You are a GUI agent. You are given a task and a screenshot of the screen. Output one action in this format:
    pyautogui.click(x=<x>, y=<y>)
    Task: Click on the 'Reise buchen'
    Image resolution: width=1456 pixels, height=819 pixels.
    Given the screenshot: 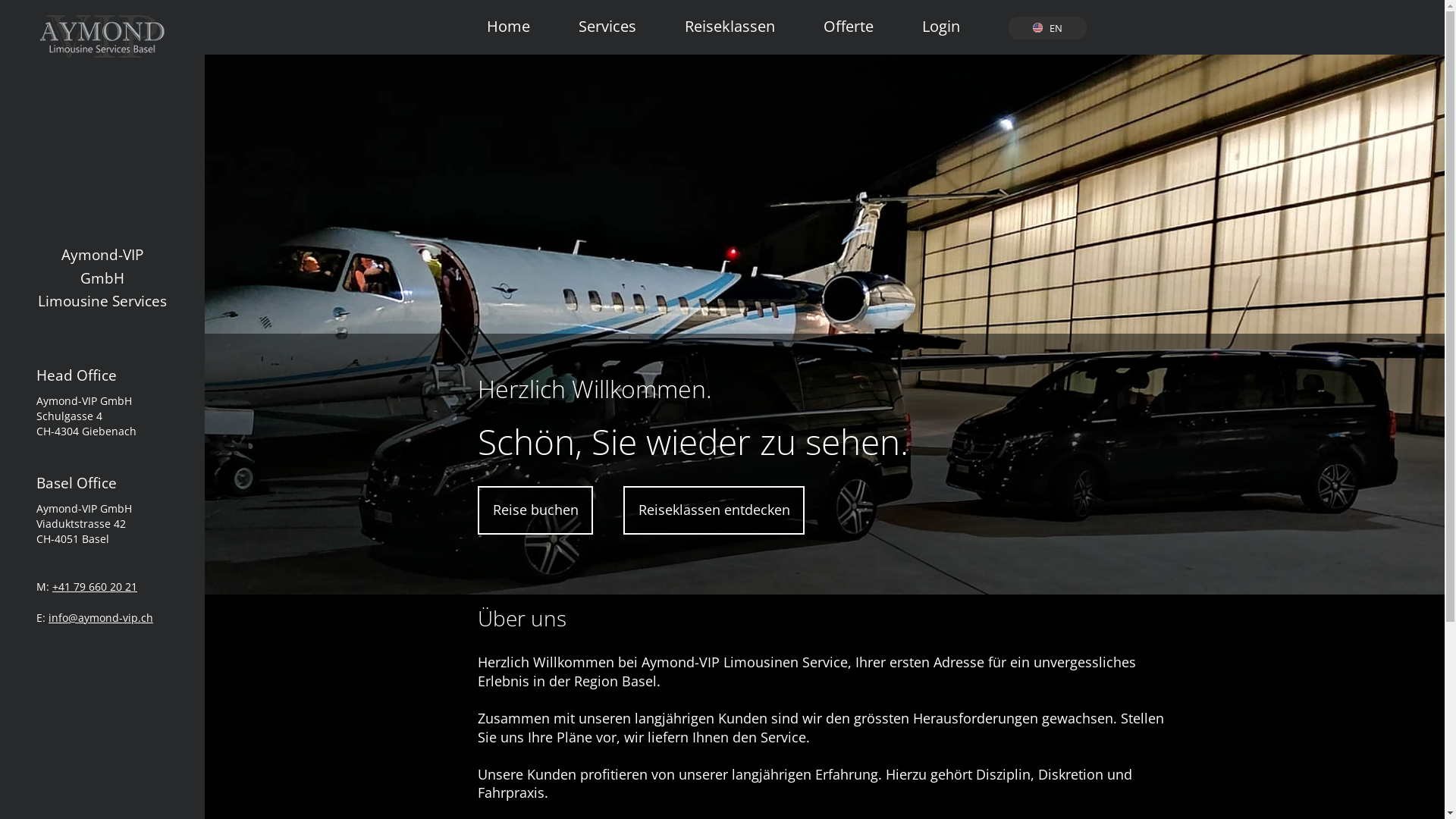 What is the action you would take?
    pyautogui.click(x=535, y=510)
    